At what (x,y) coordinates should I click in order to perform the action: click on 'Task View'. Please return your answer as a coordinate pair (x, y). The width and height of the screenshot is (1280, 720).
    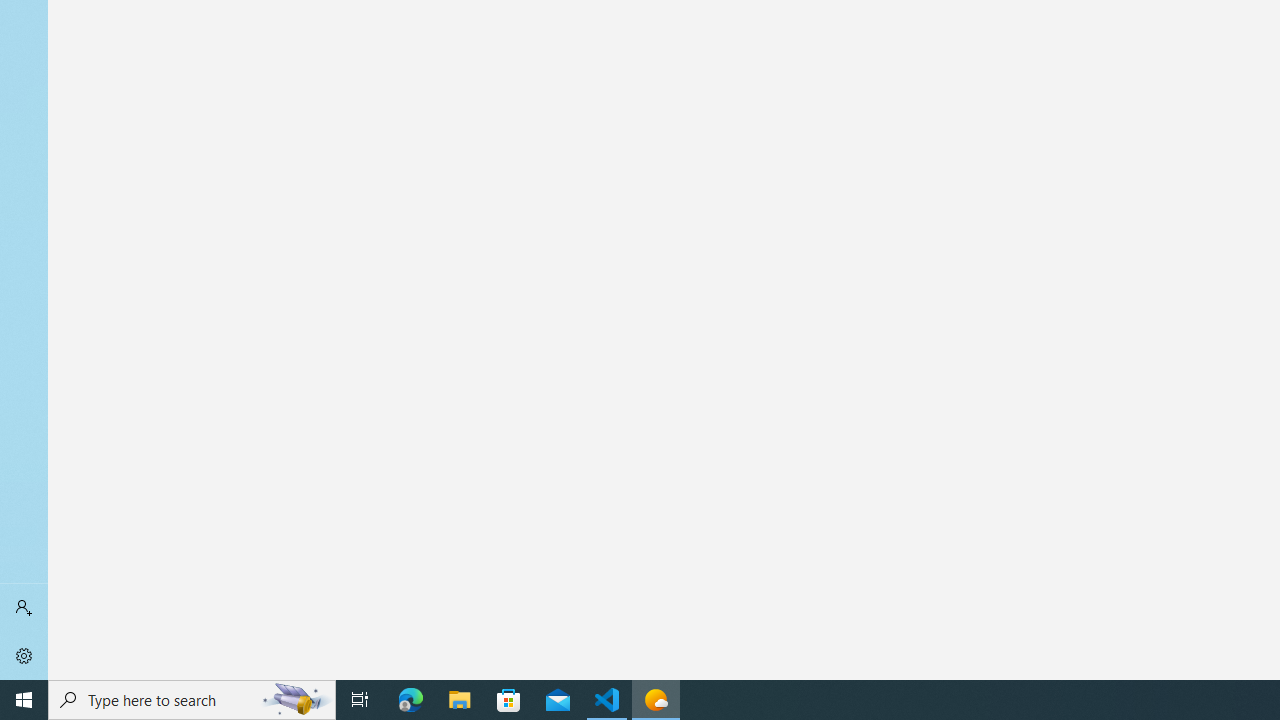
    Looking at the image, I should click on (359, 698).